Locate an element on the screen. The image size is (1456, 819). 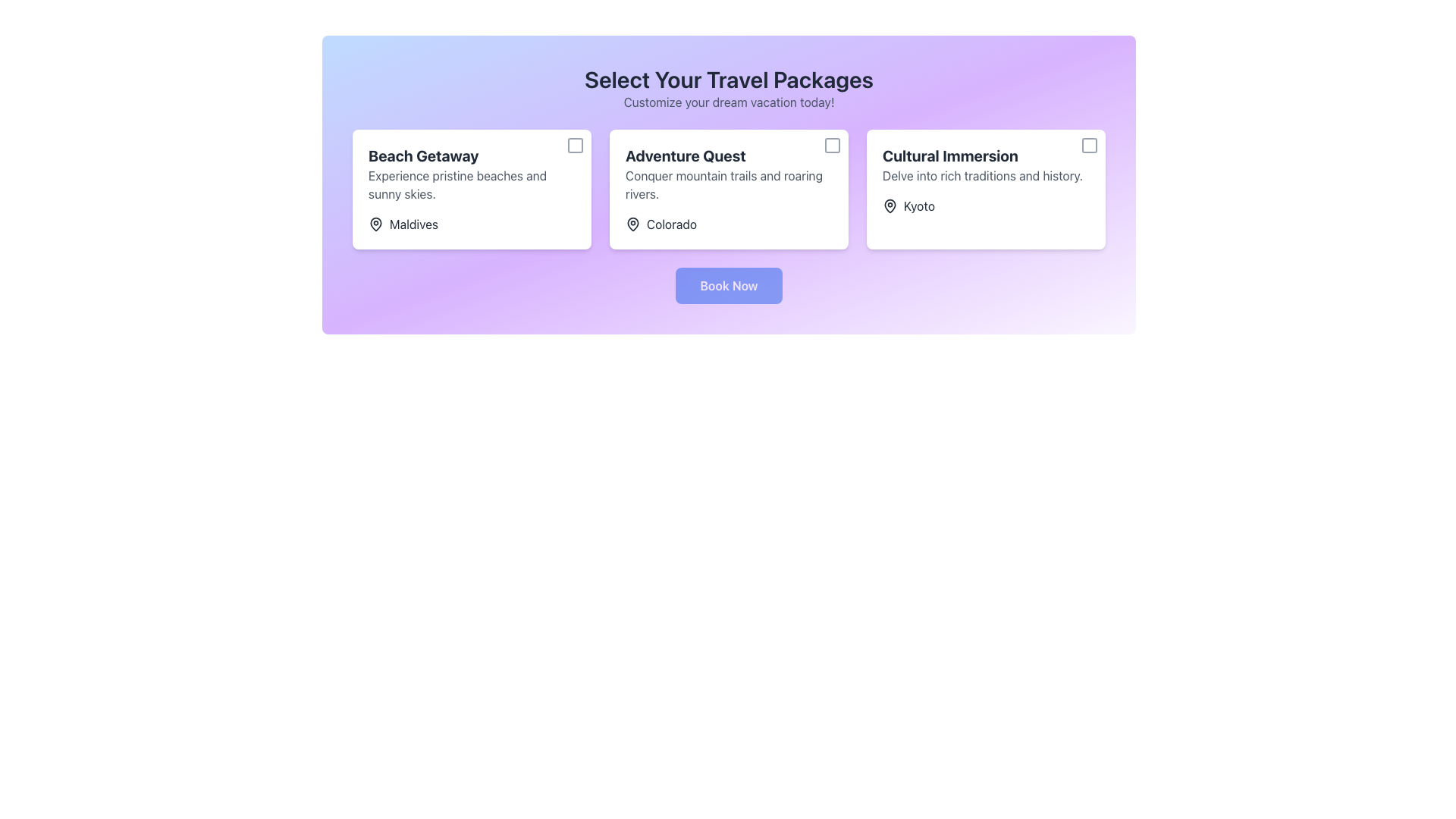
the bold, large-sized text label 'Cultural Immersion' styled in dark gray, located at the top of the rightmost card in a row of three is located at coordinates (986, 155).